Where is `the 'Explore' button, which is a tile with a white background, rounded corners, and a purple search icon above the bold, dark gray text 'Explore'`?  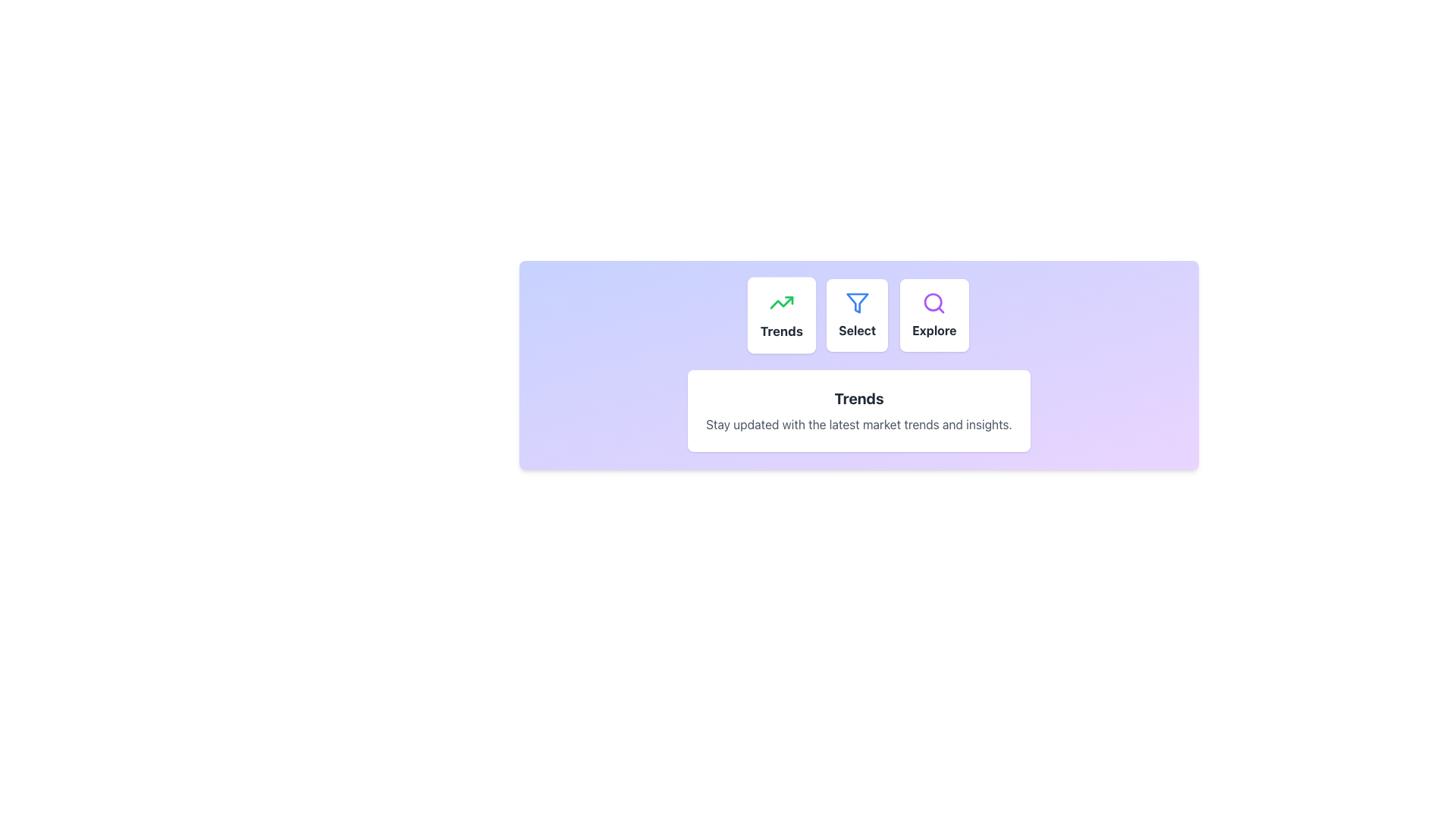 the 'Explore' button, which is a tile with a white background, rounded corners, and a purple search icon above the bold, dark gray text 'Explore' is located at coordinates (934, 315).